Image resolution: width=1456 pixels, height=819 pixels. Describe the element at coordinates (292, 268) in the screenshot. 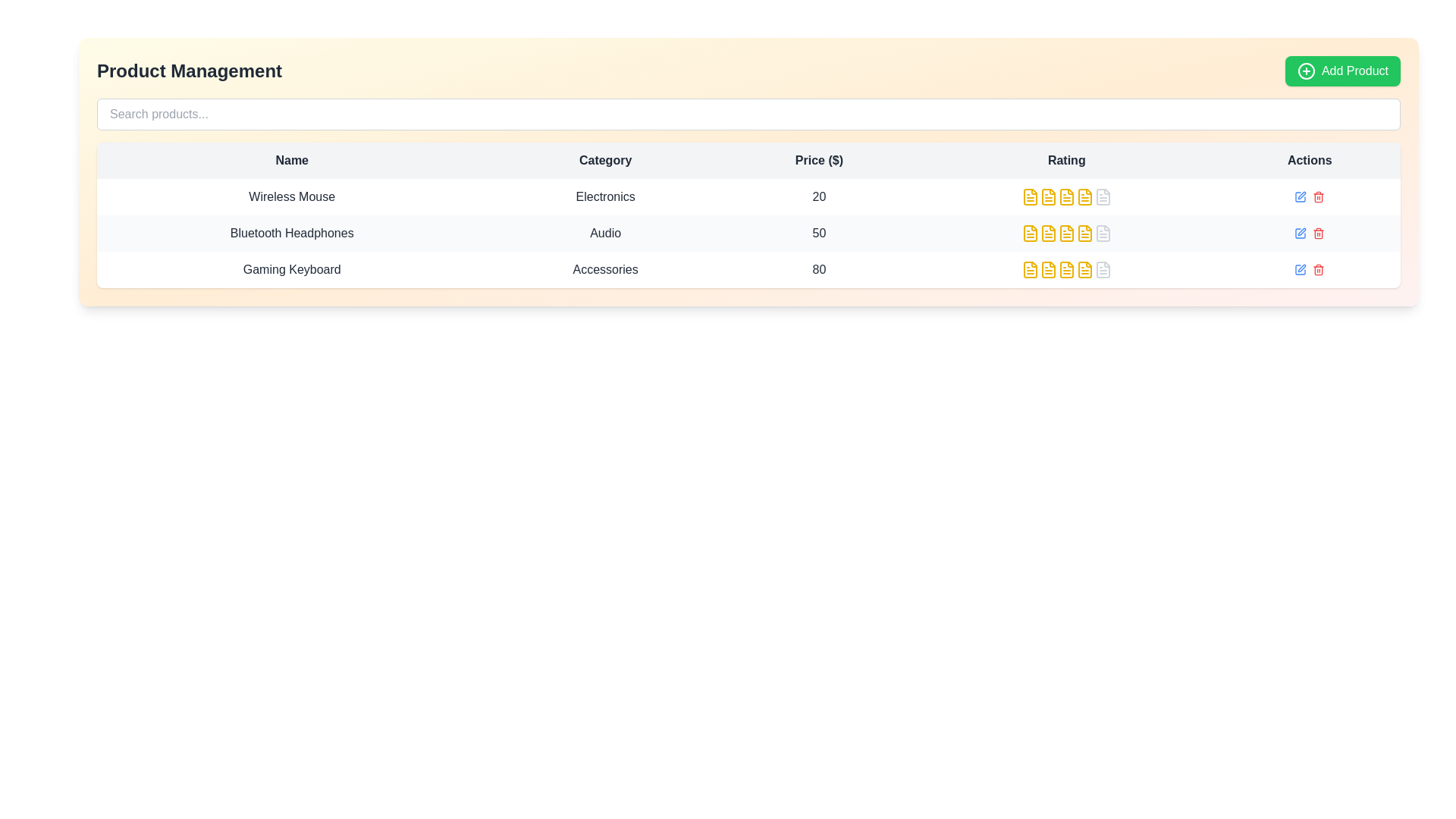

I see `the 'Gaming Keyboard' text element located in the first column of the third row under the 'Name' column in the product list table` at that location.